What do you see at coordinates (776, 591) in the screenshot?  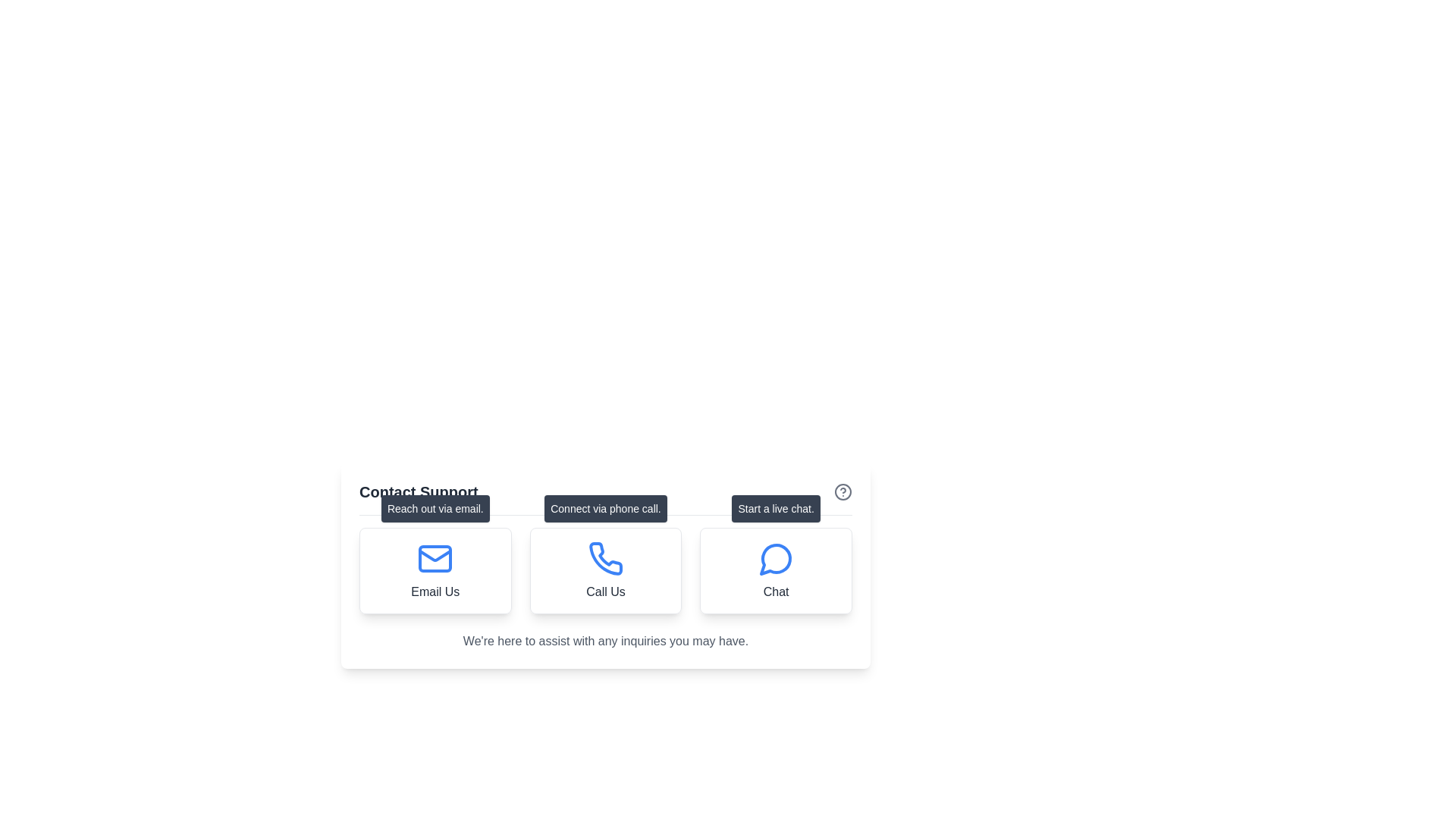 I see `the 'Chat' text label which indicates the purpose of the live chat initiation feature, located under the blue chat bubble icon in the rightmost panel` at bounding box center [776, 591].